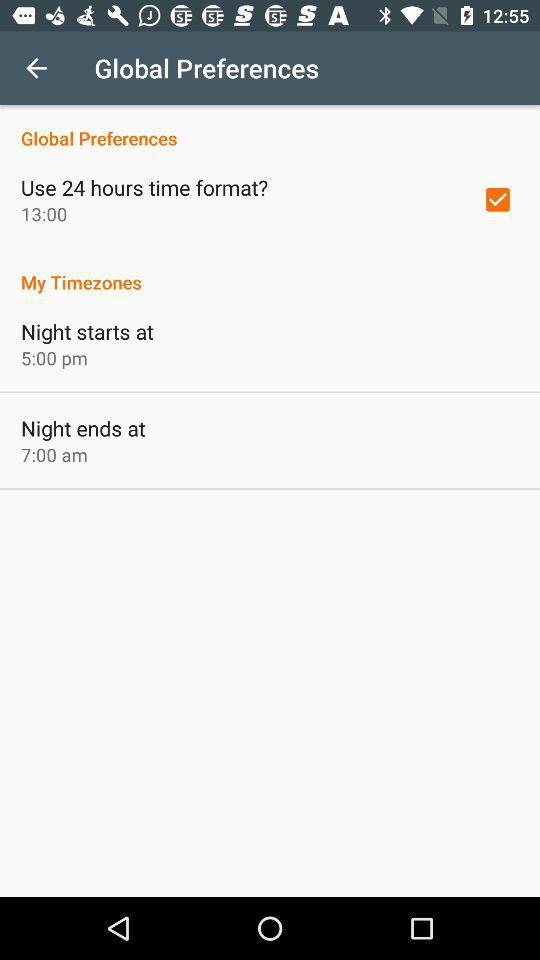  What do you see at coordinates (496, 199) in the screenshot?
I see `the item next to use 24 hours item` at bounding box center [496, 199].